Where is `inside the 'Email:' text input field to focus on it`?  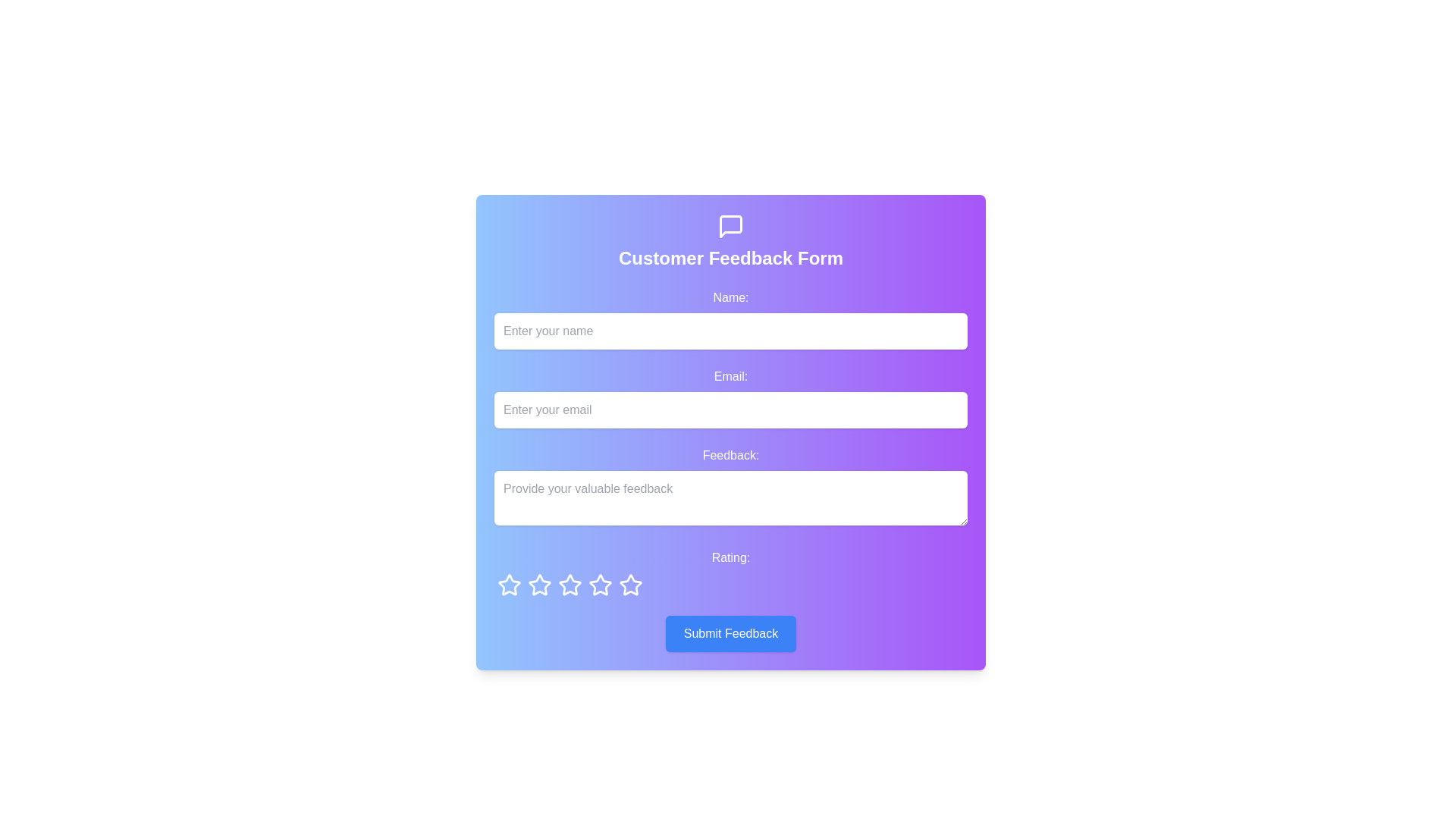
inside the 'Email:' text input field to focus on it is located at coordinates (731, 397).